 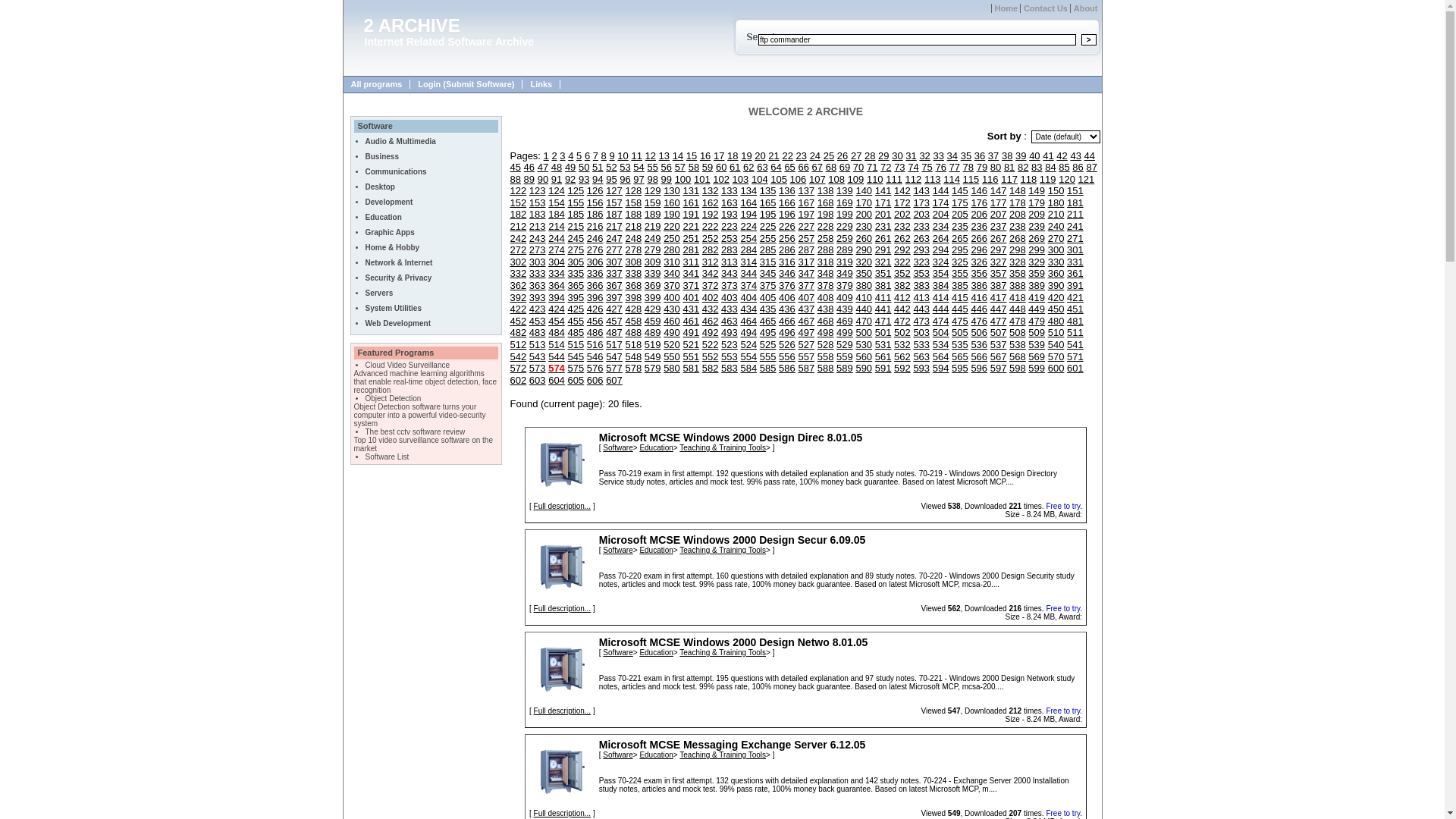 I want to click on '121', so click(x=1077, y=178).